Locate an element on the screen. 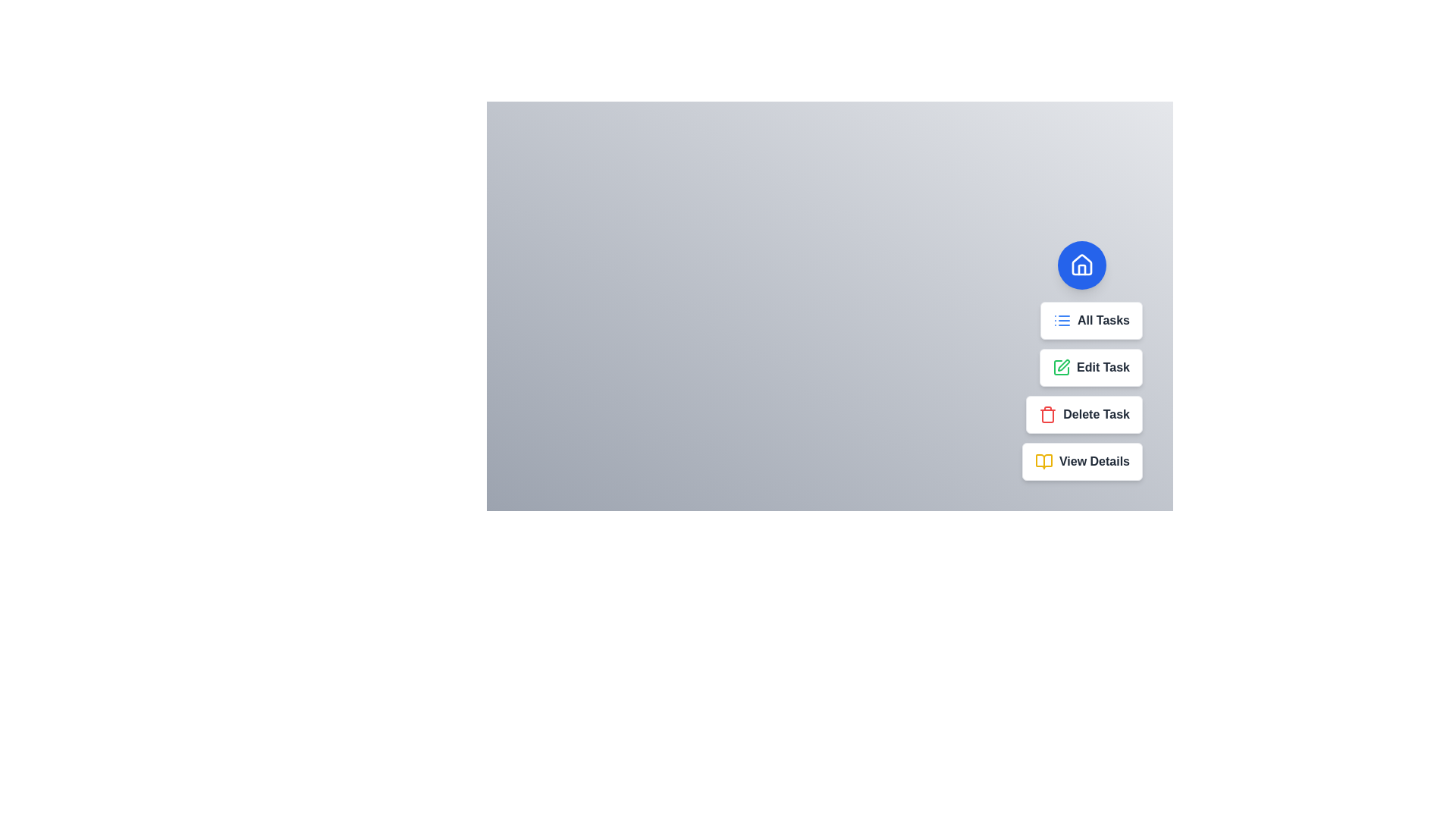 The width and height of the screenshot is (1456, 819). the task option View Details from the speed dial menu is located at coordinates (1081, 461).